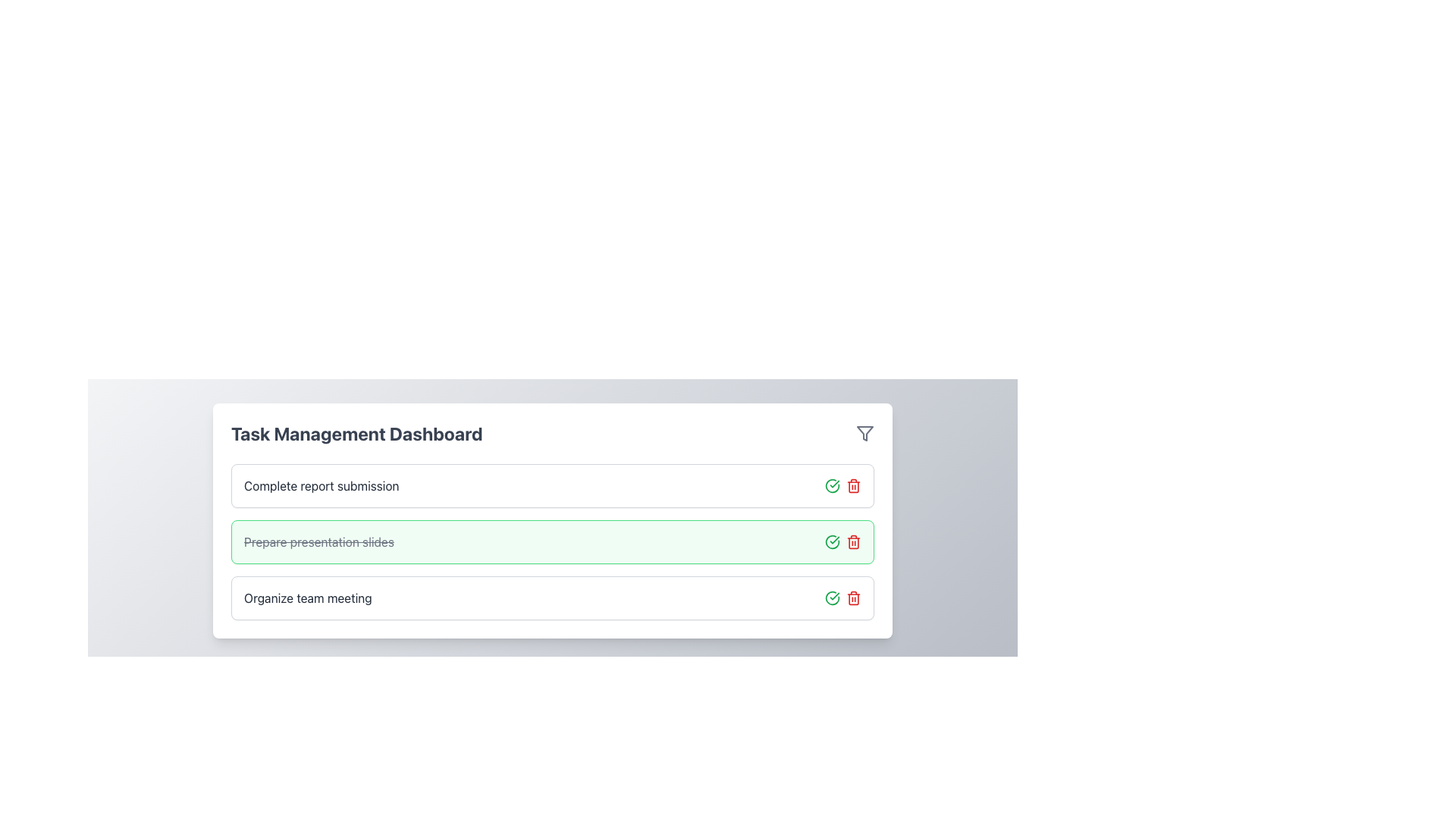 This screenshot has width=1456, height=819. Describe the element at coordinates (865, 433) in the screenshot. I see `the filter toggle icon located on the far right of the header section of the dashboard, adjacent to the 'Task Management Dashboard' title` at that location.